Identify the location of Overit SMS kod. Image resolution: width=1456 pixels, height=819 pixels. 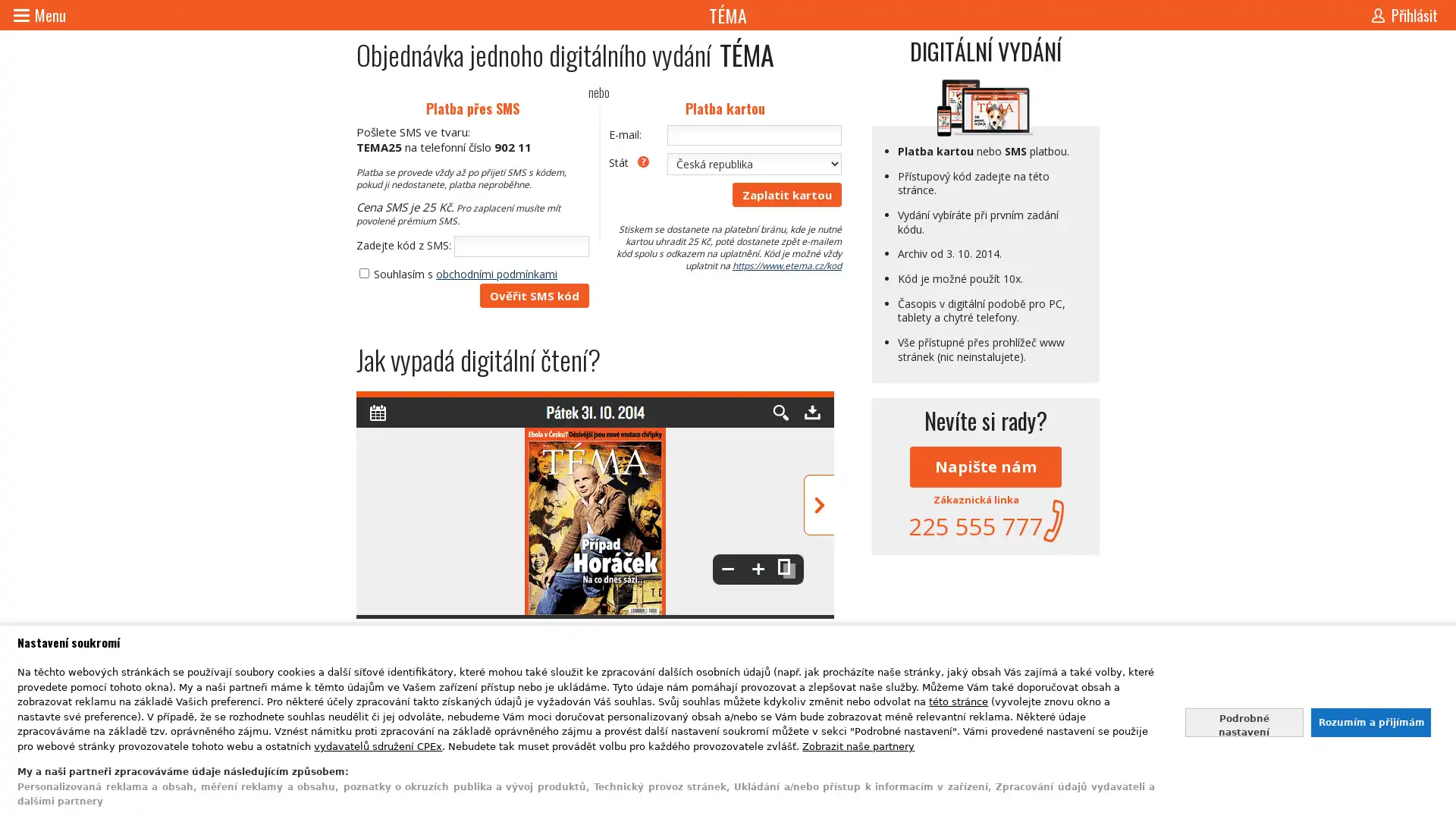
(535, 295).